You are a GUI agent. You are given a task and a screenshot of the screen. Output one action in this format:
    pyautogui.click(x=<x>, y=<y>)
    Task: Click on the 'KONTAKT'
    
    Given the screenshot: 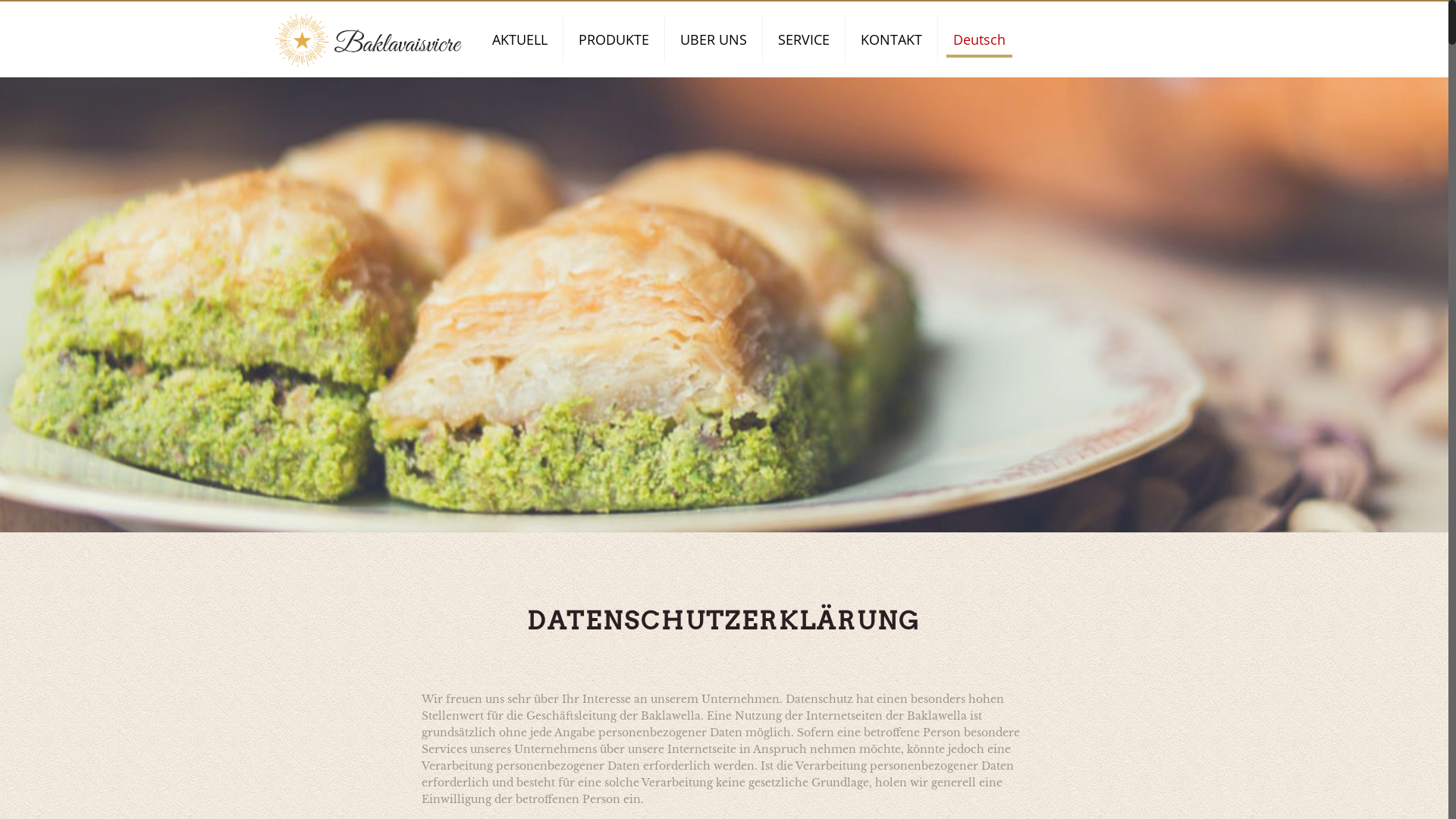 What is the action you would take?
    pyautogui.click(x=892, y=38)
    